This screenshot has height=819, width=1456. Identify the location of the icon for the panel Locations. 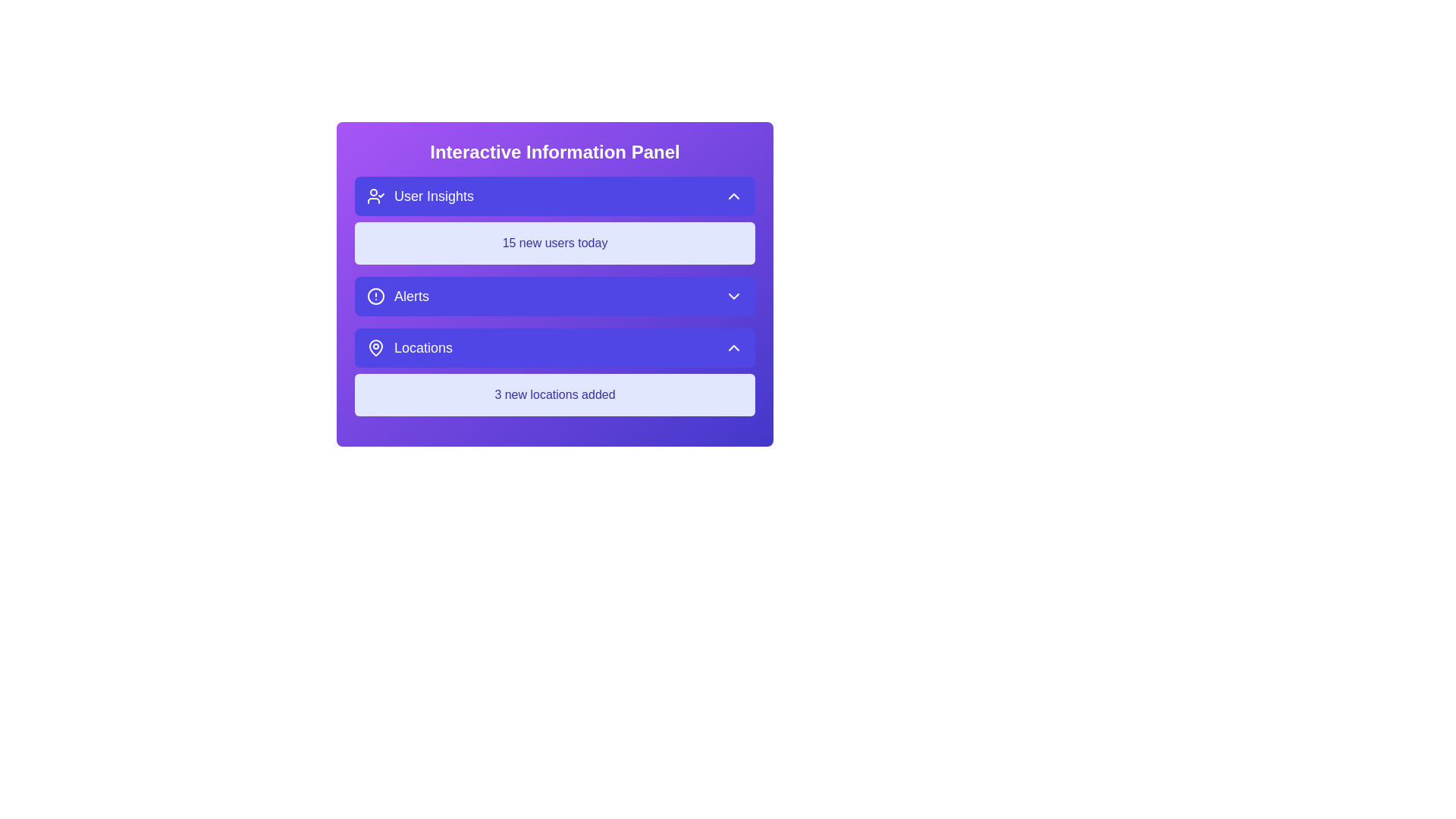
(375, 348).